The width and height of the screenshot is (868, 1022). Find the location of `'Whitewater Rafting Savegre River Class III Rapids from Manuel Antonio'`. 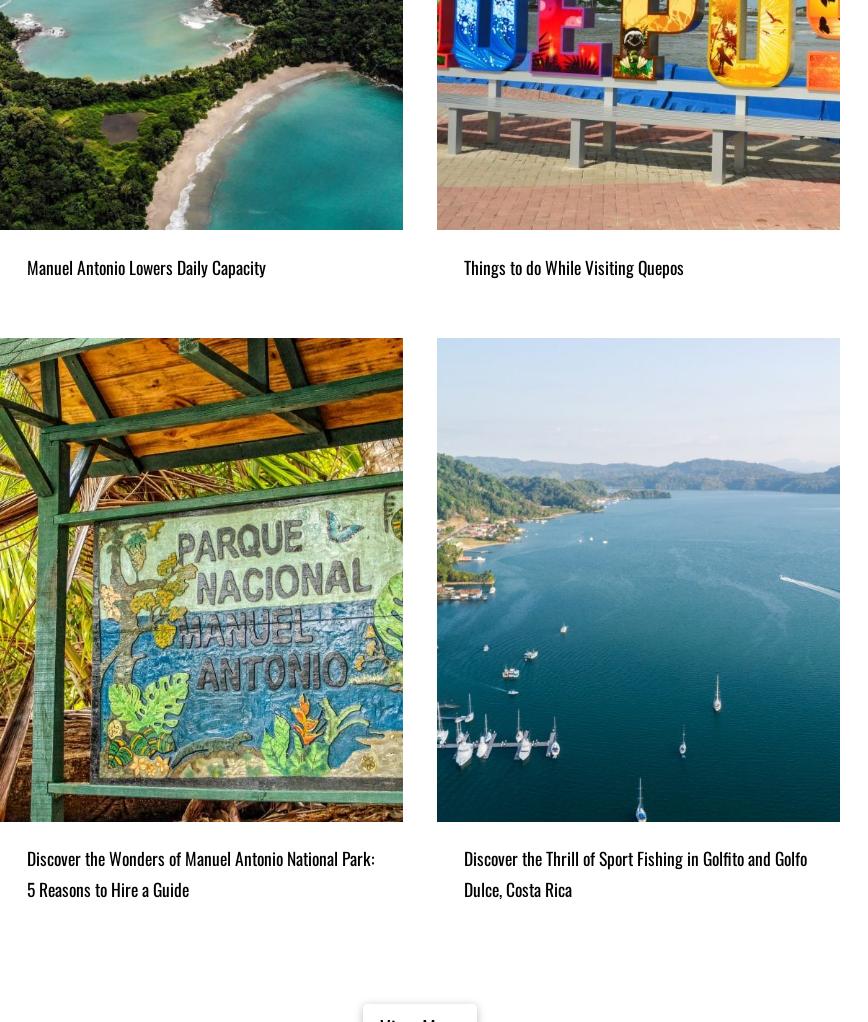

'Whitewater Rafting Savegre River Class III Rapids from Manuel Antonio' is located at coordinates (149, 614).